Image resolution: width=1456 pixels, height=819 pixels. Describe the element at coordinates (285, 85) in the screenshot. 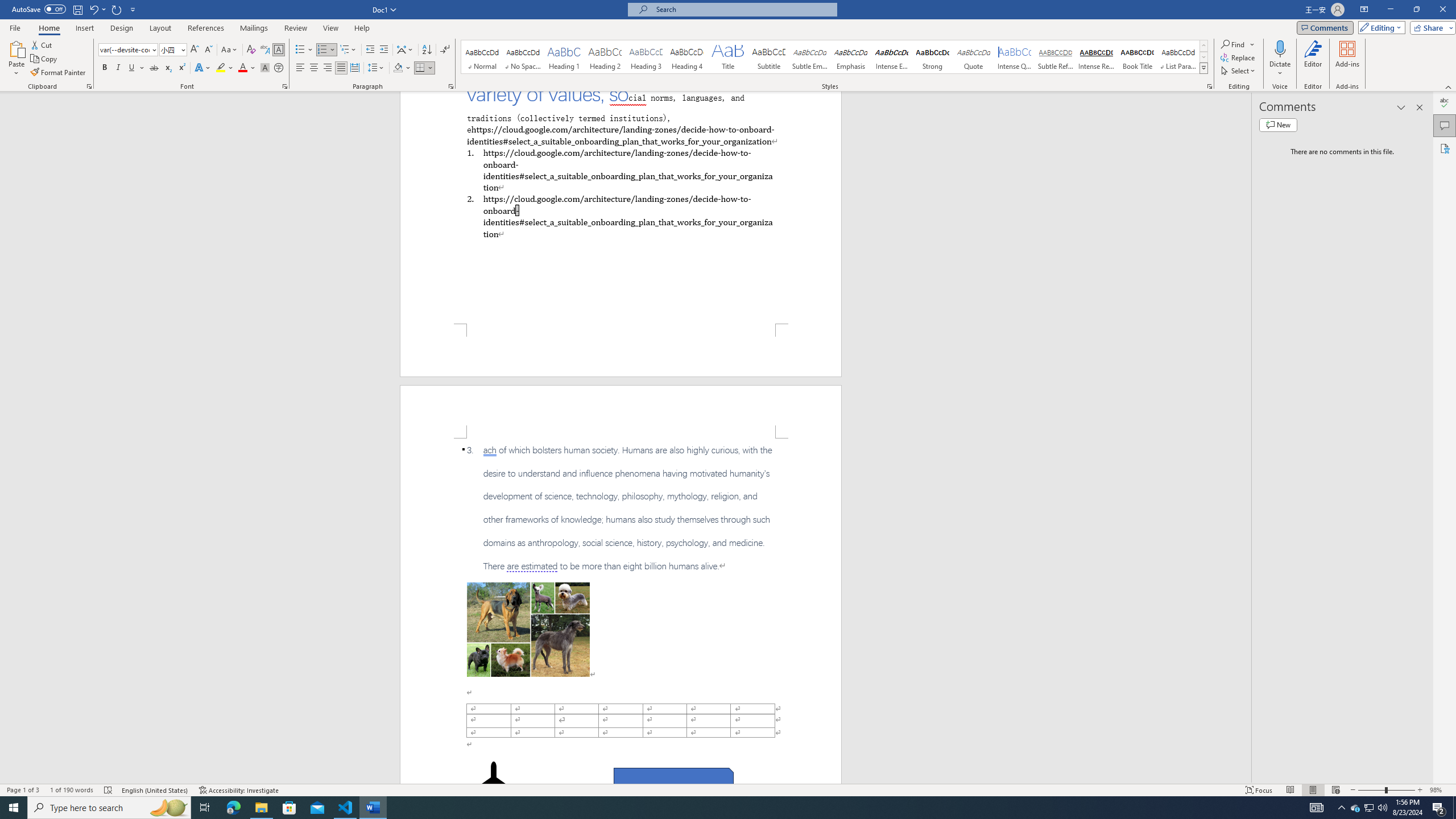

I see `'Font...'` at that location.